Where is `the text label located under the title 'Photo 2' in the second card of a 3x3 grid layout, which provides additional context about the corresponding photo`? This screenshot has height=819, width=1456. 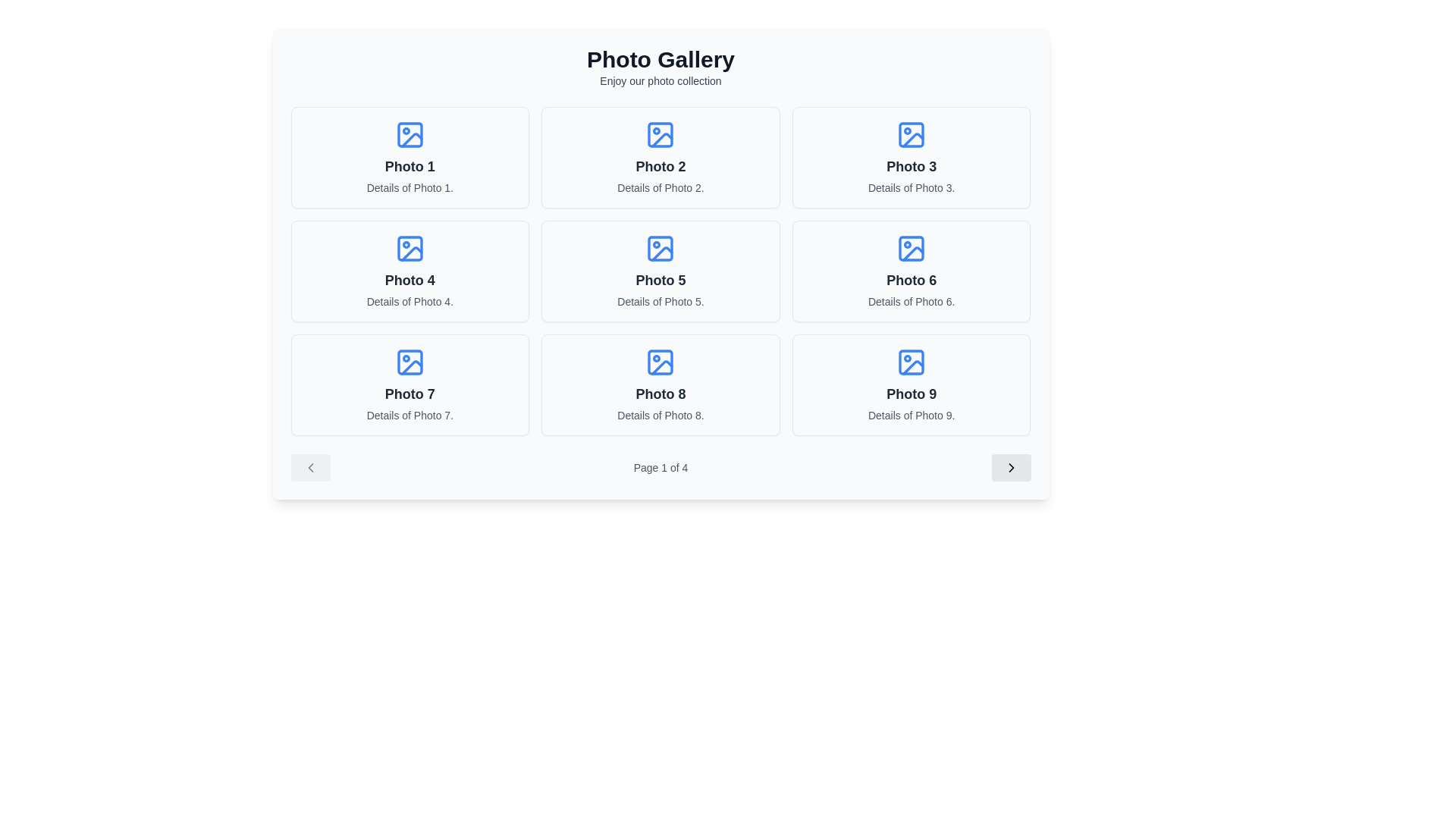 the text label located under the title 'Photo 2' in the second card of a 3x3 grid layout, which provides additional context about the corresponding photo is located at coordinates (661, 187).